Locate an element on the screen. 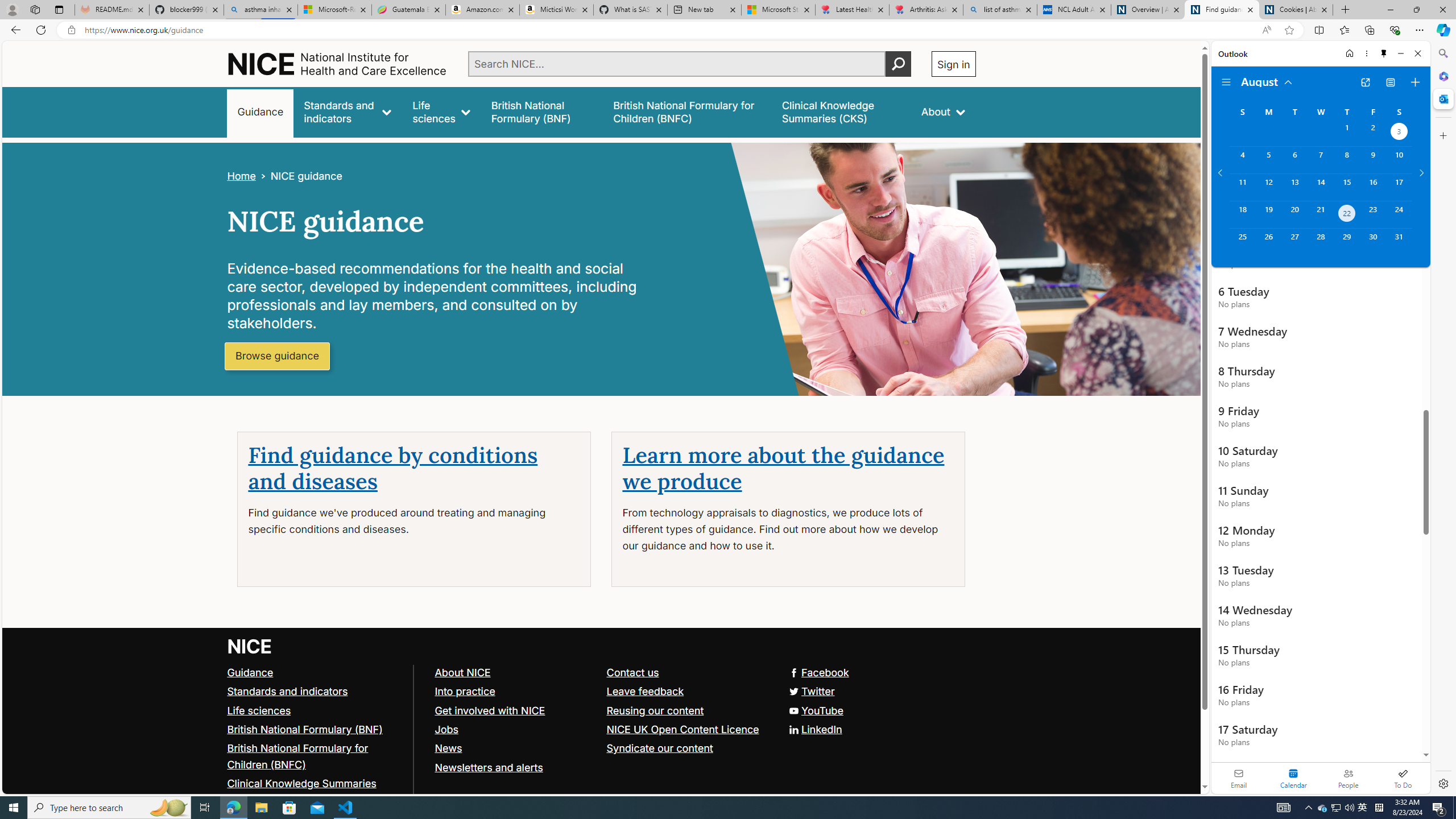  'Leave feedback' is located at coordinates (686, 691).